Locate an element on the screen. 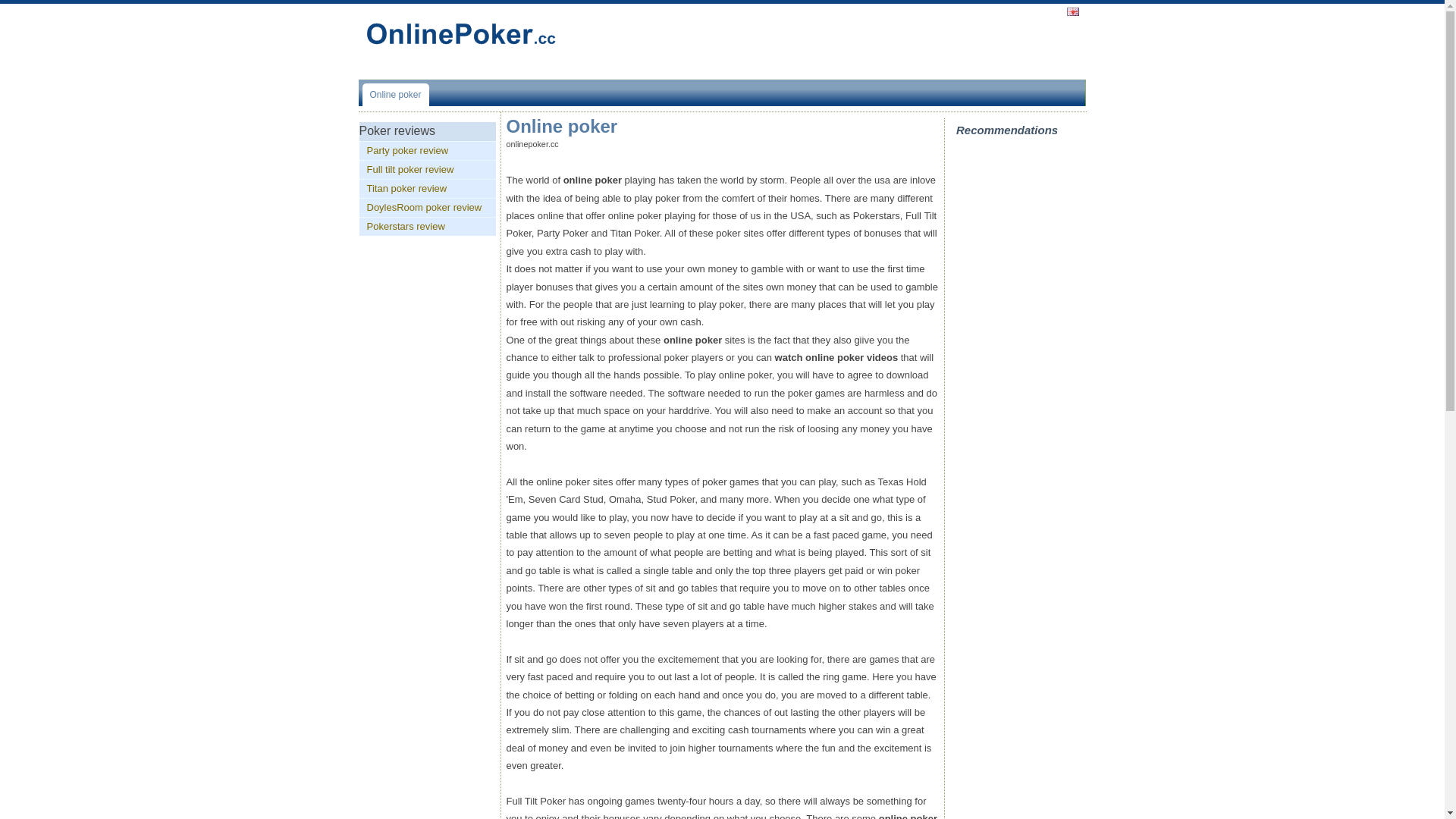 The height and width of the screenshot is (819, 1456). 'DoylesRoom poker review' is located at coordinates (427, 207).